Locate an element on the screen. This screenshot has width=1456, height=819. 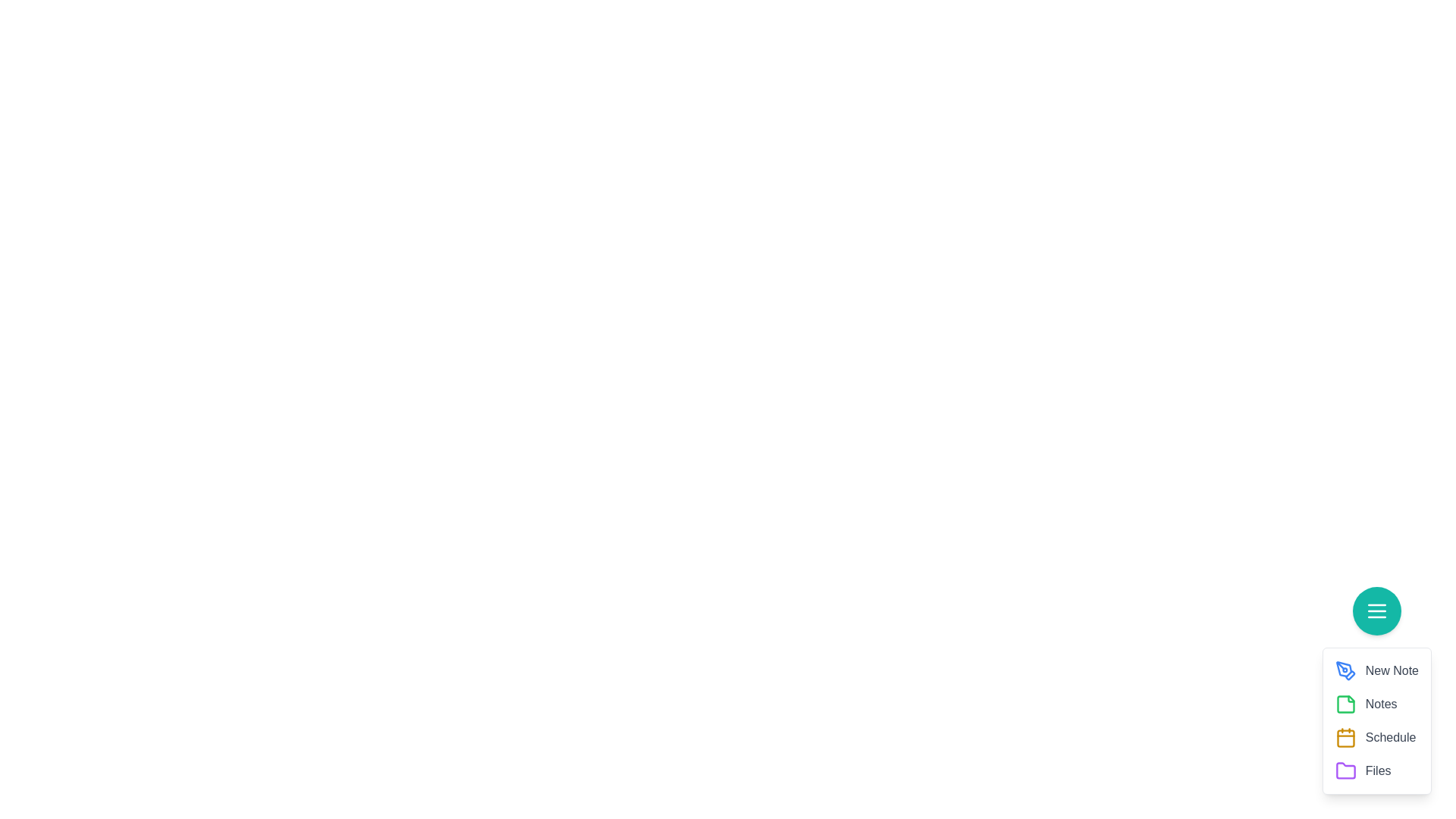
the Files from the speed dial menu is located at coordinates (1345, 771).